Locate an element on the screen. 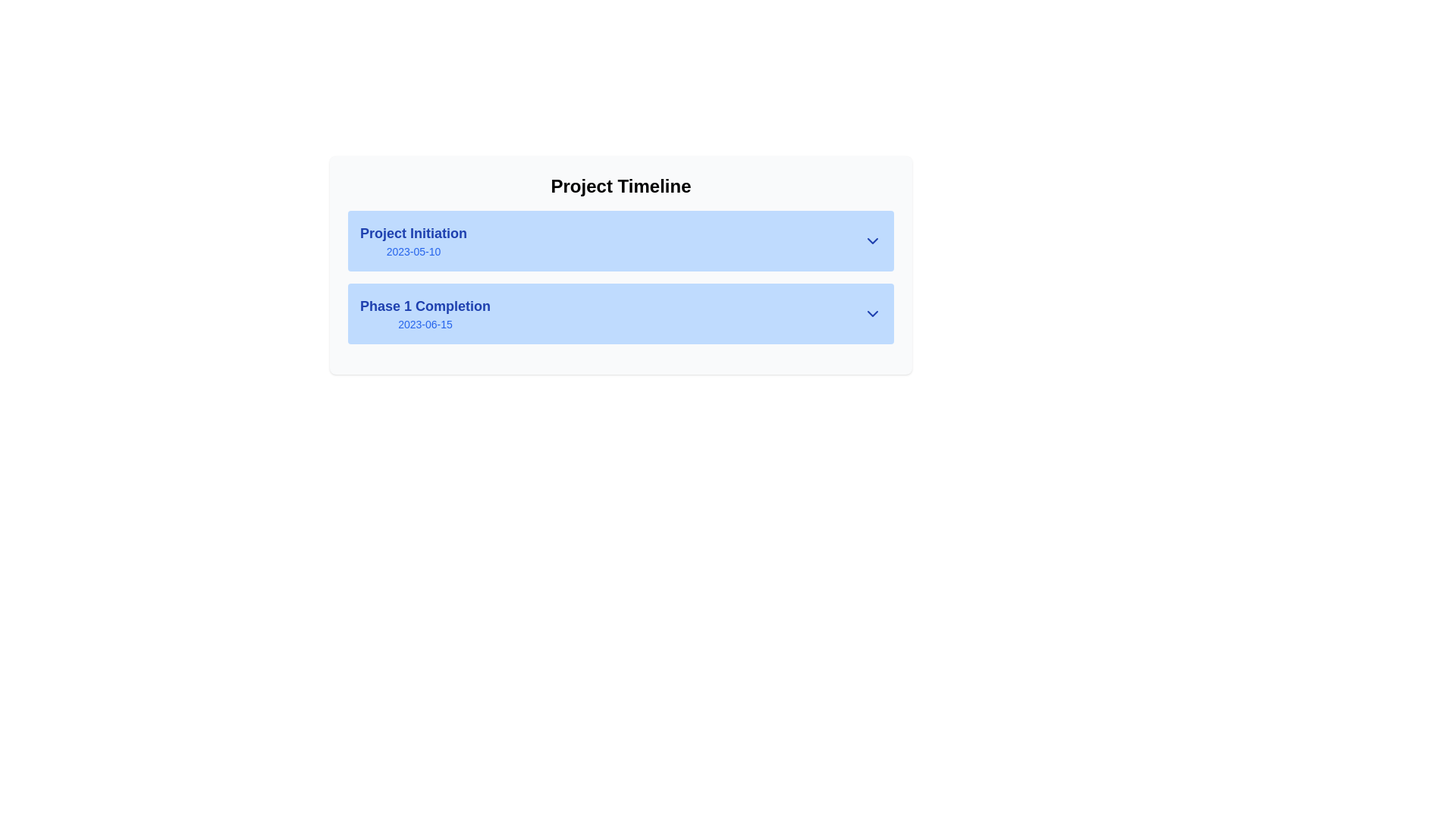  the expand/collapse icon located at the far-right end of the 'Phase 1 Completion 2023-06-15' row is located at coordinates (873, 312).